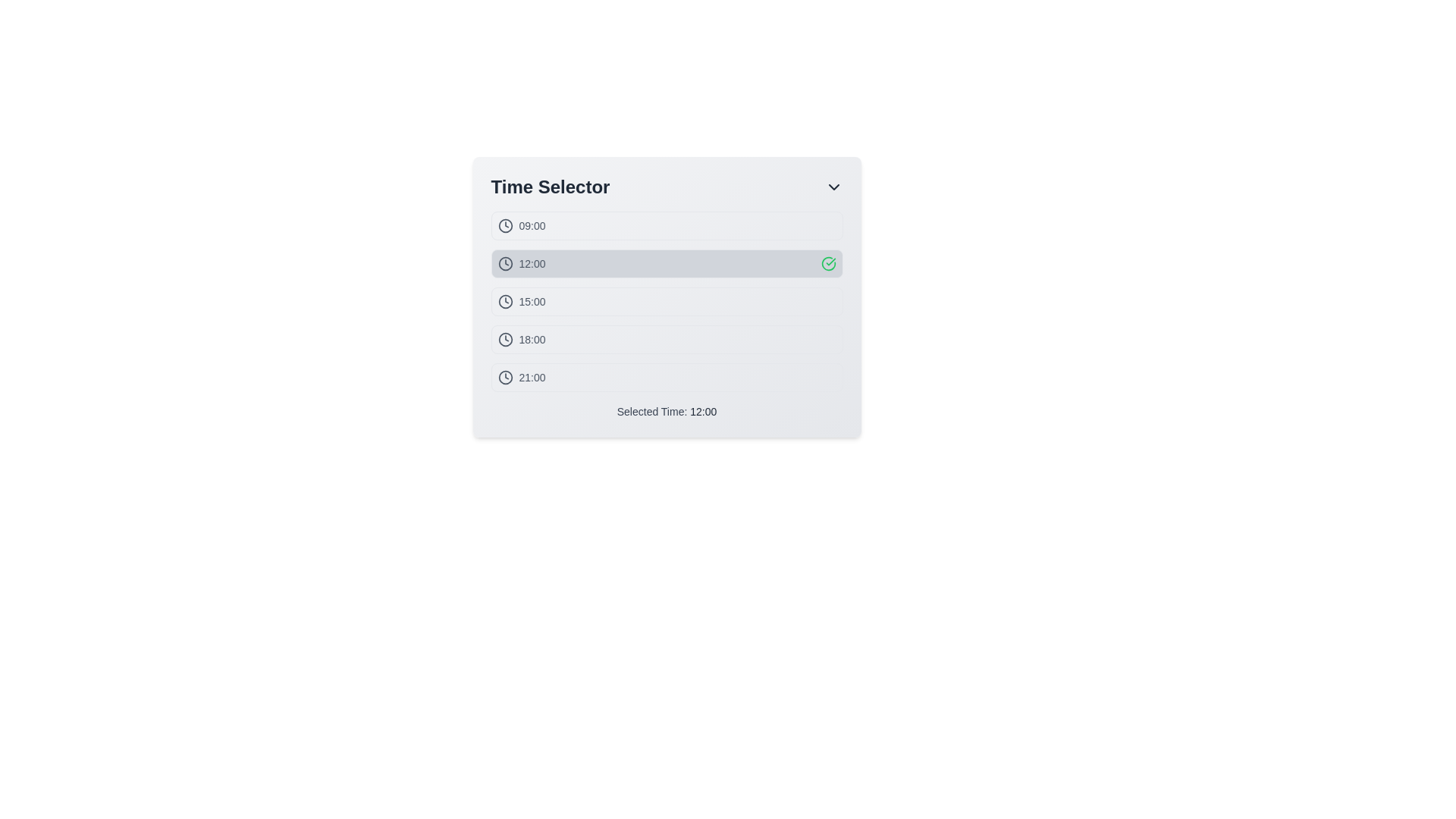 This screenshot has height=819, width=1456. I want to click on the circular clock icon that is located to the left of the text '12:00', so click(505, 262).